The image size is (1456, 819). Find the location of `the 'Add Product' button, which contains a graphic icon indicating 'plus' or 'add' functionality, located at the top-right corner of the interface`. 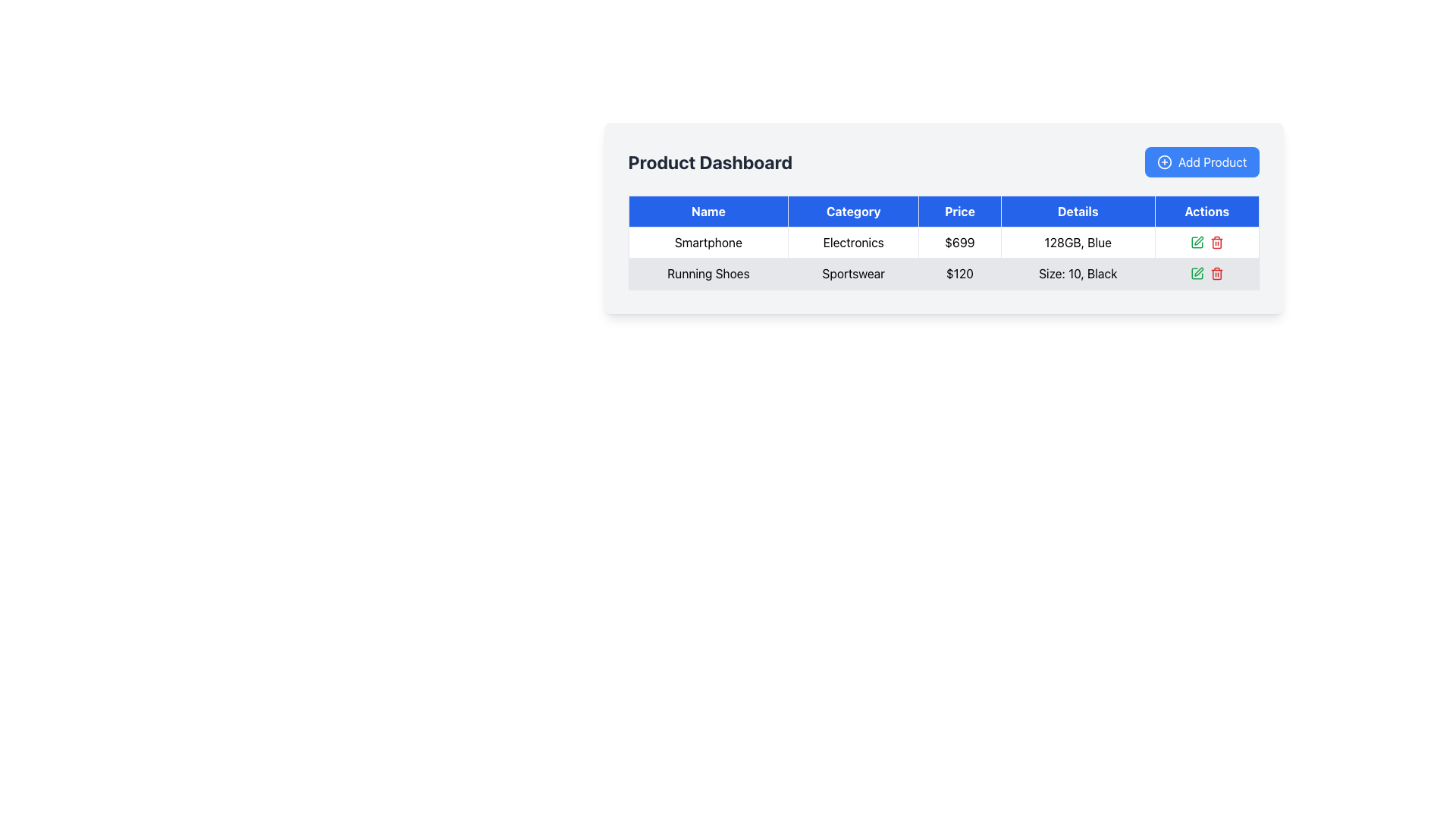

the 'Add Product' button, which contains a graphic icon indicating 'plus' or 'add' functionality, located at the top-right corner of the interface is located at coordinates (1164, 162).